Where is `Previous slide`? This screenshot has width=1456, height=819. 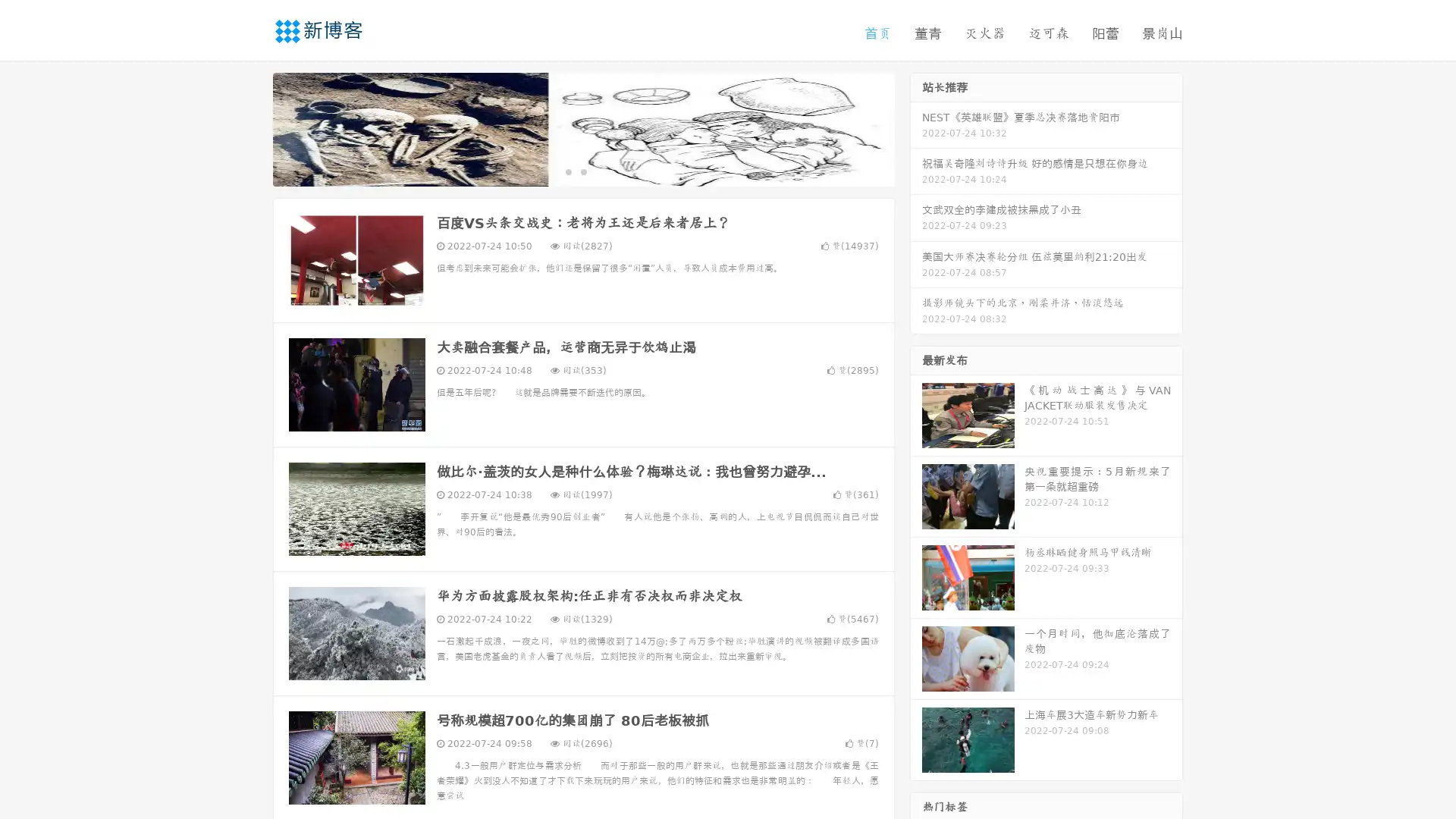 Previous slide is located at coordinates (250, 127).